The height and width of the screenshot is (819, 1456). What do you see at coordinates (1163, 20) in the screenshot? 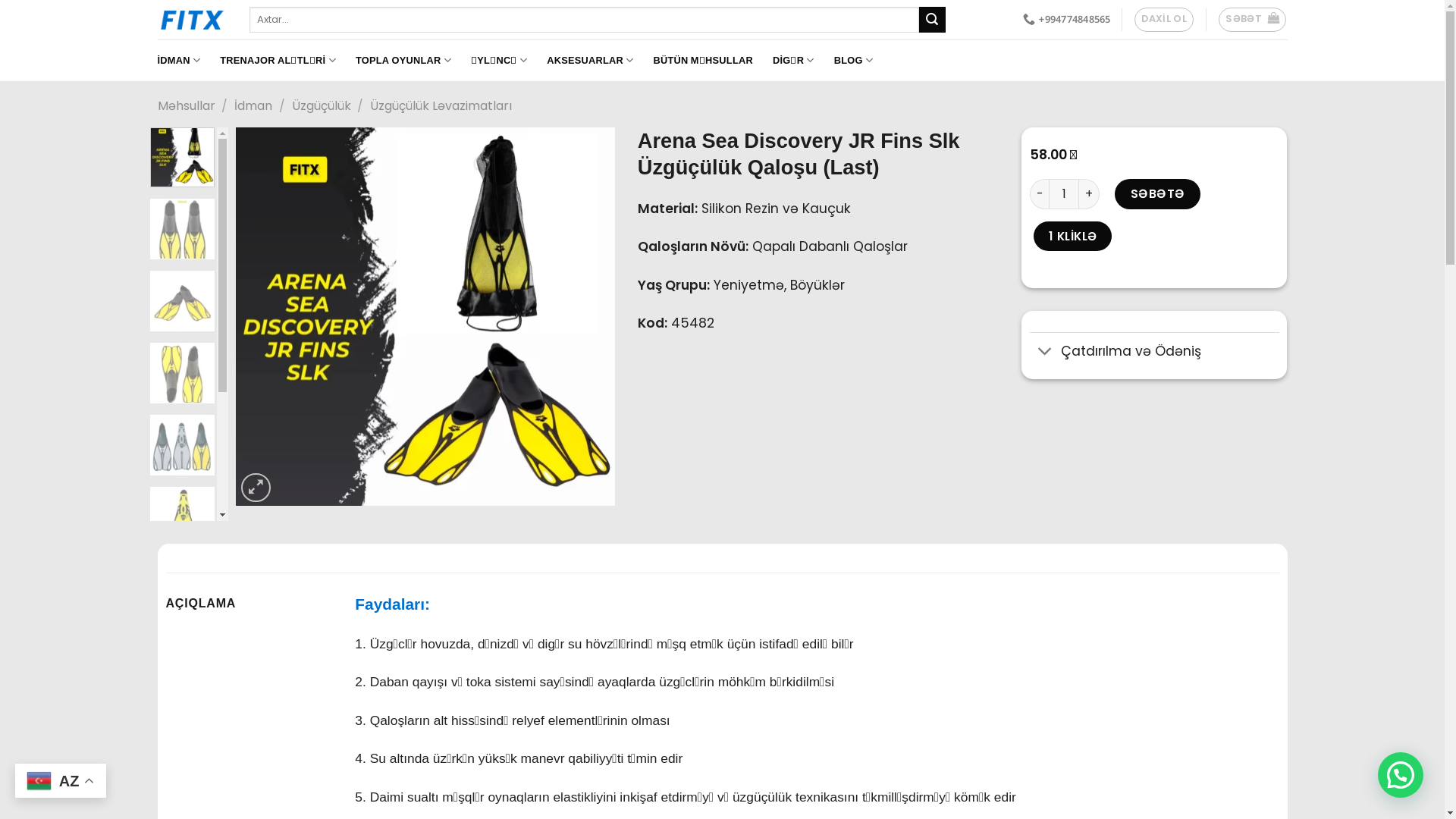
I see `'DAXIL OL'` at bounding box center [1163, 20].